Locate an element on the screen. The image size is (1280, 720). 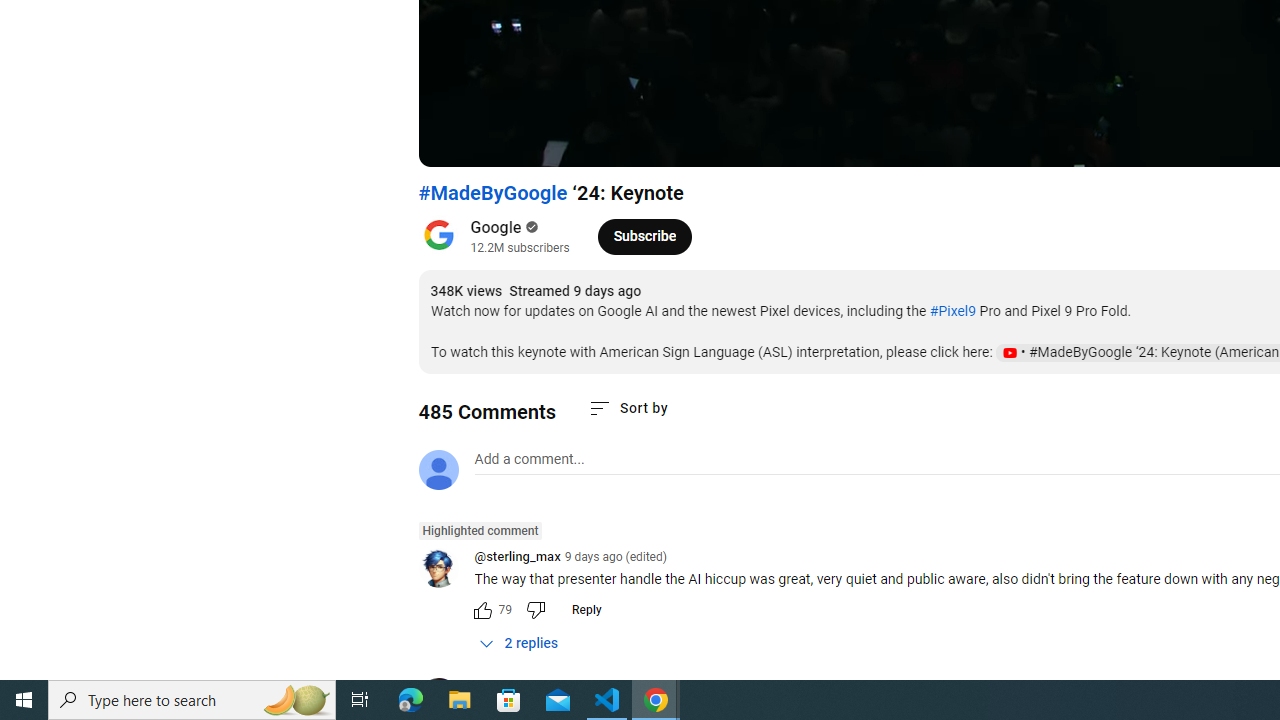
'Highlighted comment' is located at coordinates (480, 530).